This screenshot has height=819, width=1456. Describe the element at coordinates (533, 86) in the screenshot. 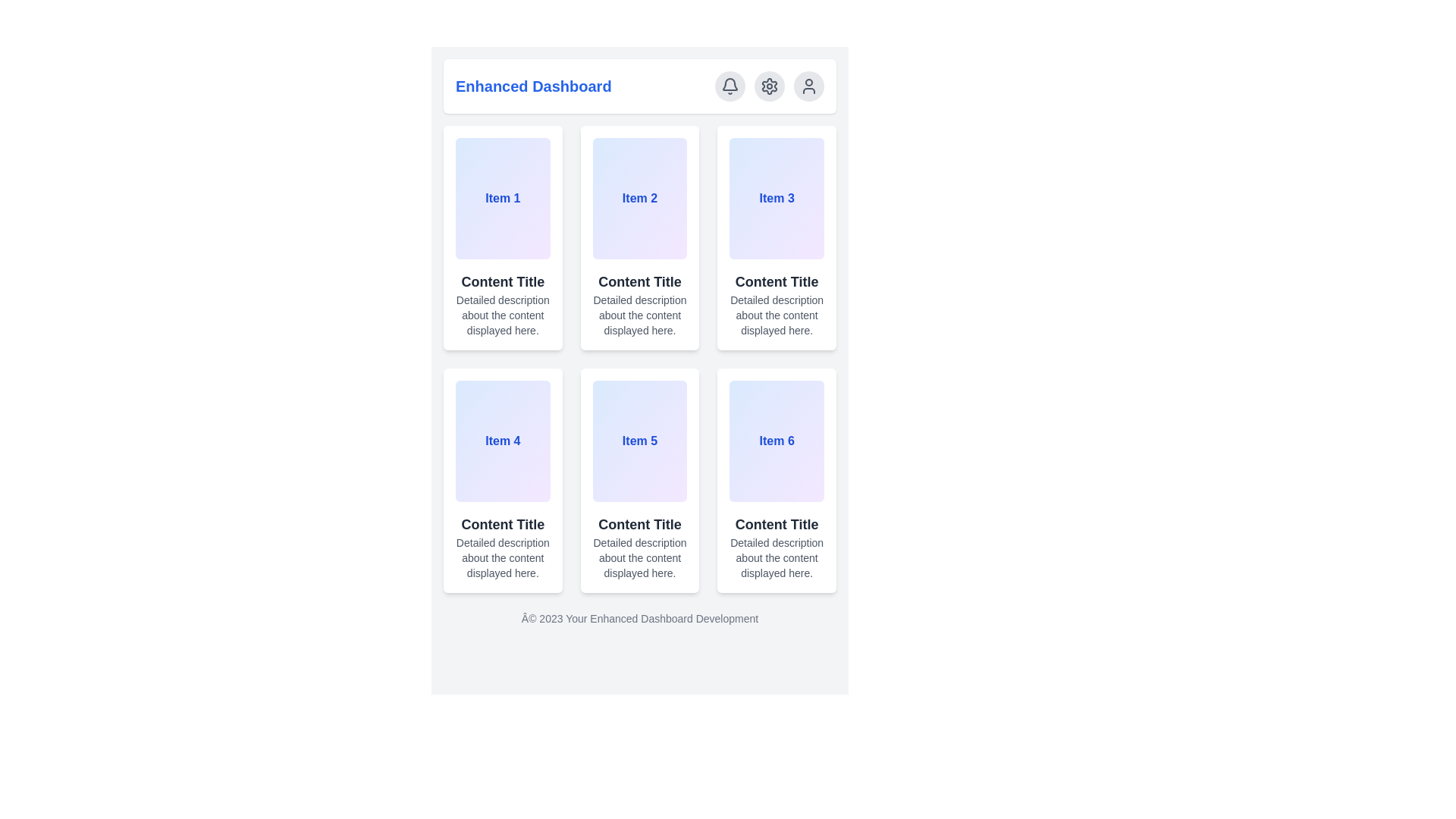

I see `the static text element displaying the title 'Enhanced Dashboard', which is styled in bold blue font and is located at the top-left section of the application layout` at that location.